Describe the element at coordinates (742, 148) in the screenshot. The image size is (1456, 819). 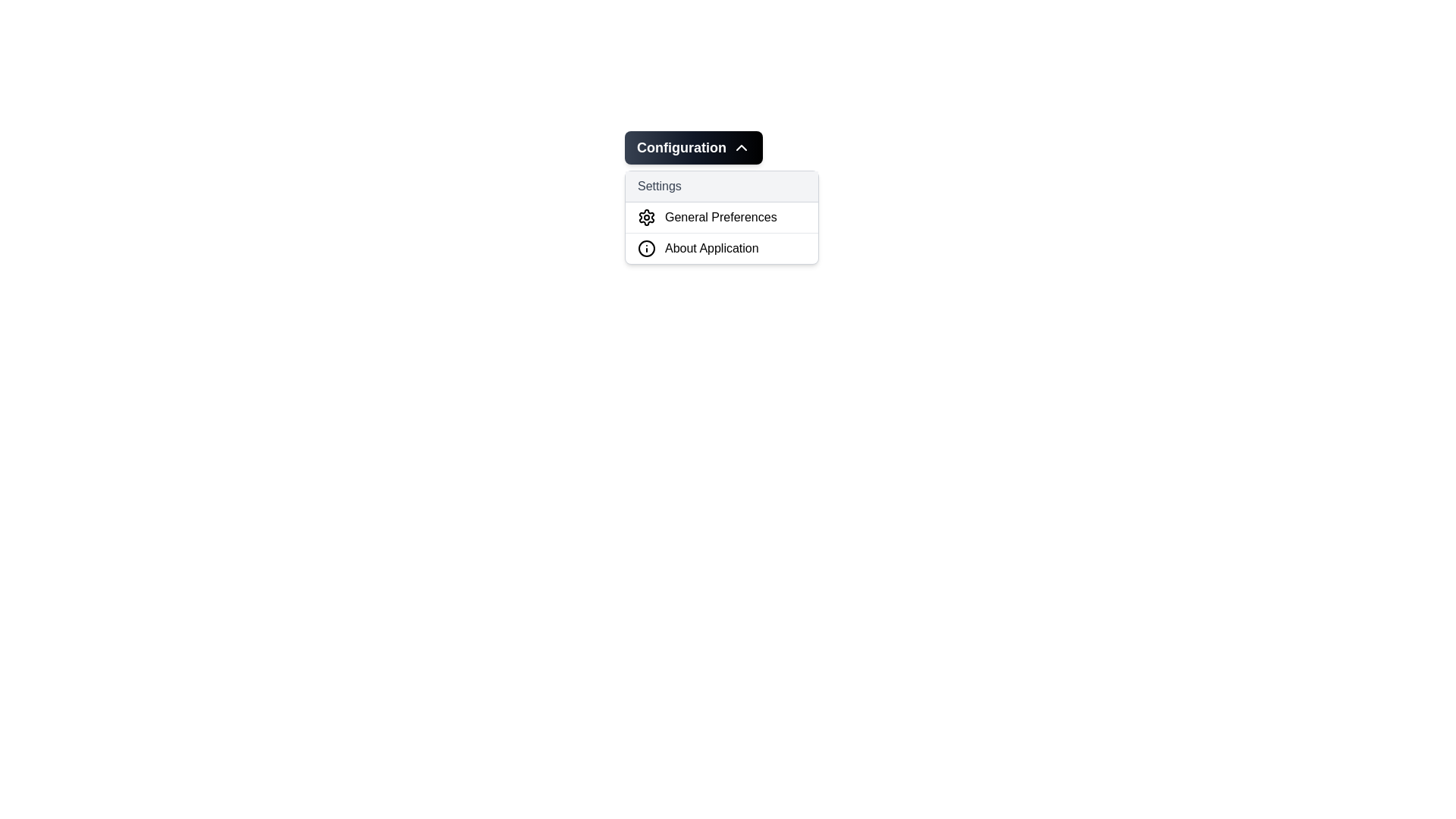
I see `the chevron icon next to the 'Configuration' label` at that location.